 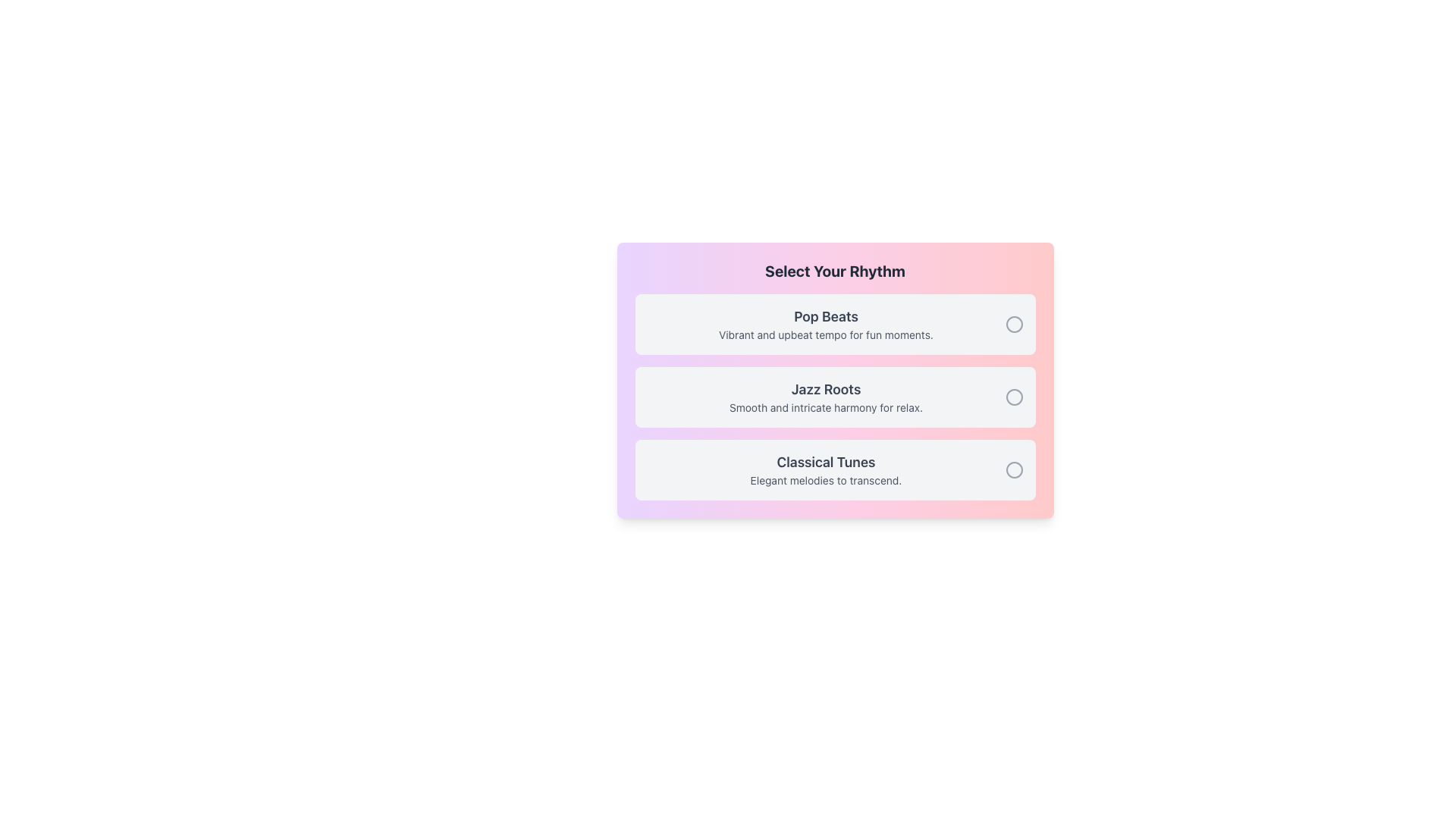 I want to click on text label displaying 'Jazz Roots', which is bold, larger, and dark gray, located in the central section of the card under 'Select Your Rhythm', so click(x=825, y=388).